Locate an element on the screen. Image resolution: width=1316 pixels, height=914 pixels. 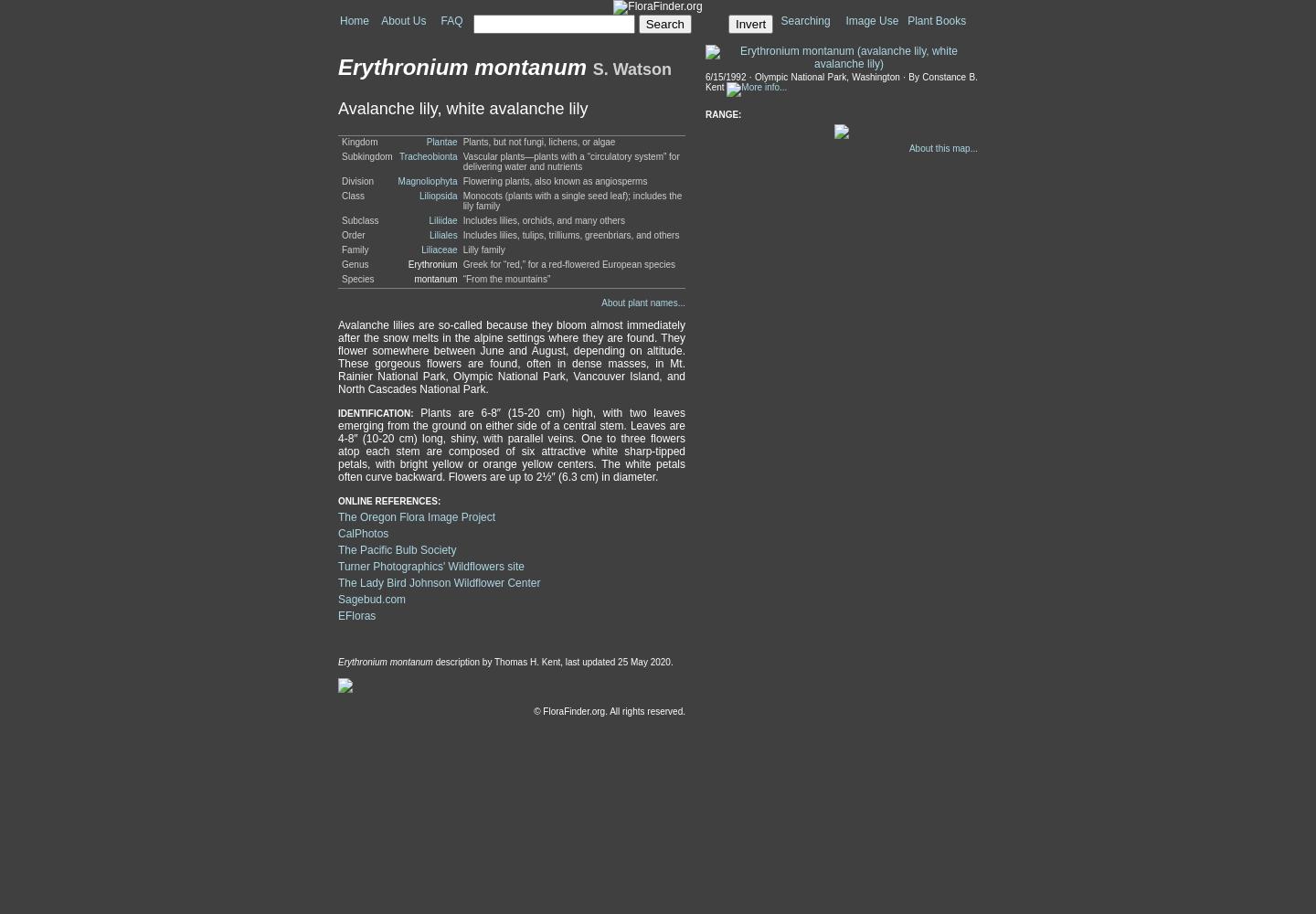
'Monocots (plants with a single seed leaf); includes the lily family' is located at coordinates (570, 200).